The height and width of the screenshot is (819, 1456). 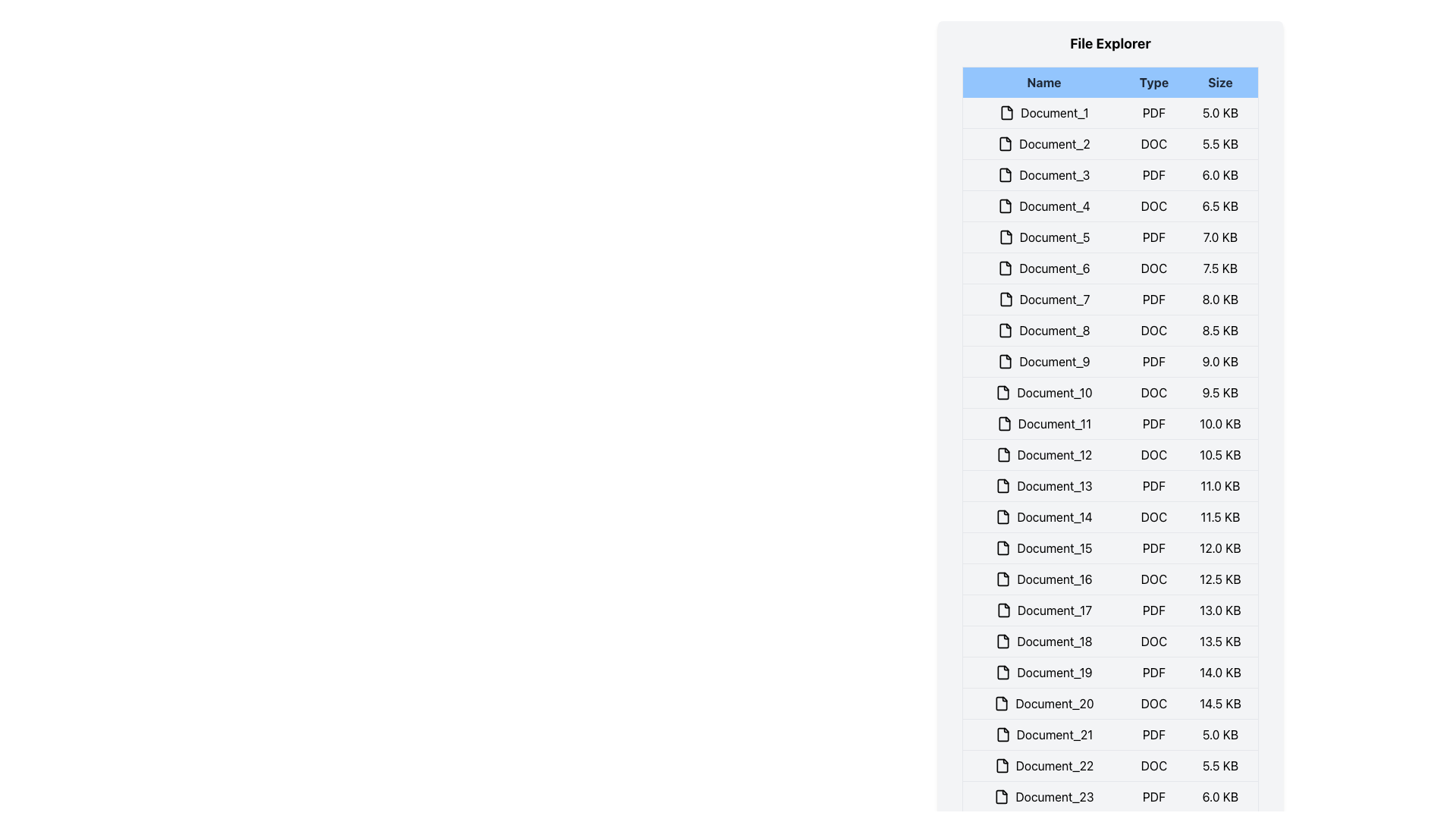 What do you see at coordinates (1153, 206) in the screenshot?
I see `the text label displaying 'DOC' in the 'Type' column of the row for 'Document_4' in the table` at bounding box center [1153, 206].